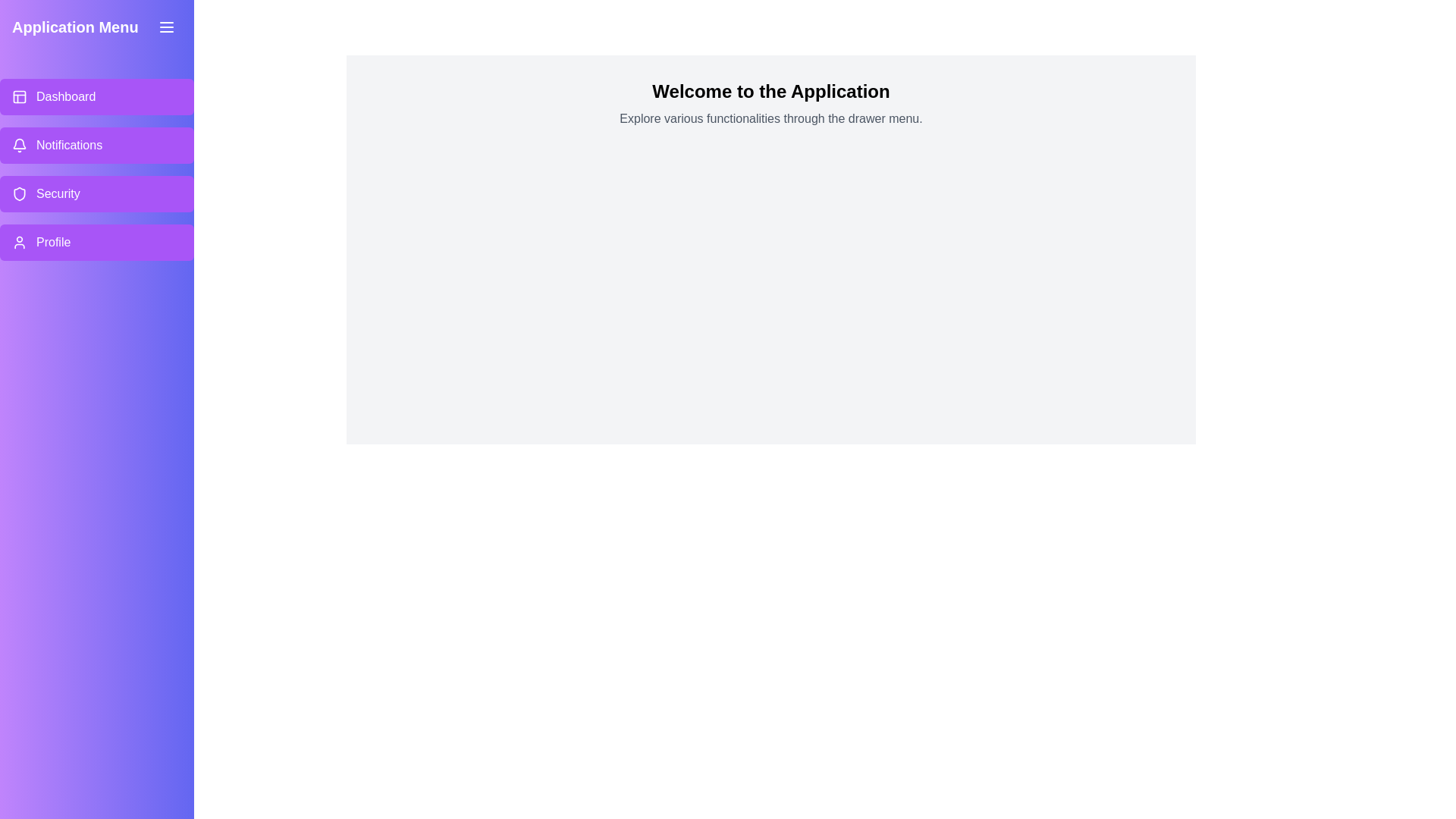 This screenshot has width=1456, height=819. Describe the element at coordinates (96, 242) in the screenshot. I see `the menu item labeled Profile` at that location.